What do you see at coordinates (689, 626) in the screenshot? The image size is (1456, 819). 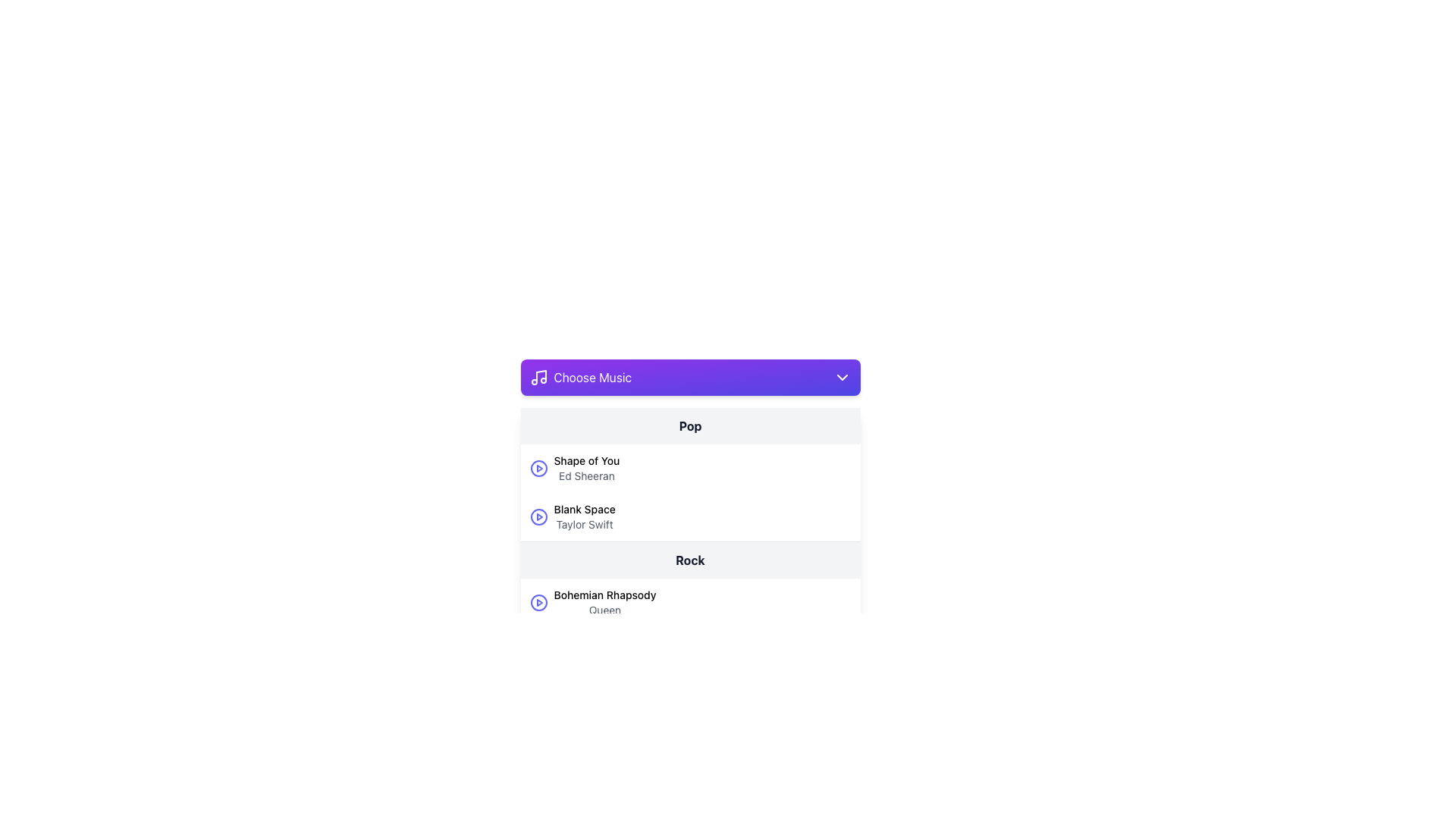 I see `on the first listed item under the 'Rock' section` at bounding box center [689, 626].